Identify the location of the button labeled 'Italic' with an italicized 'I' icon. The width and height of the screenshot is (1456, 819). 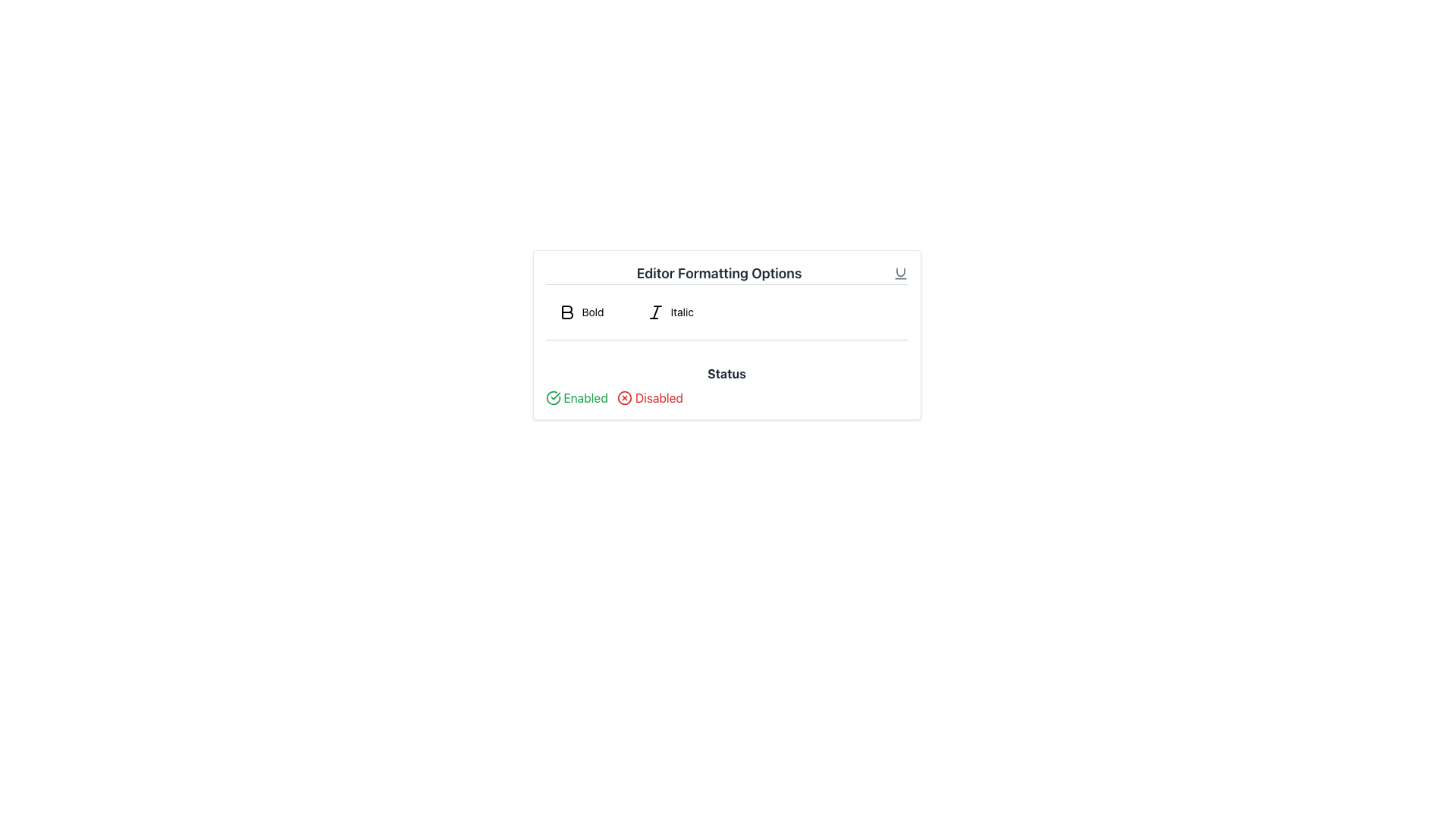
(669, 312).